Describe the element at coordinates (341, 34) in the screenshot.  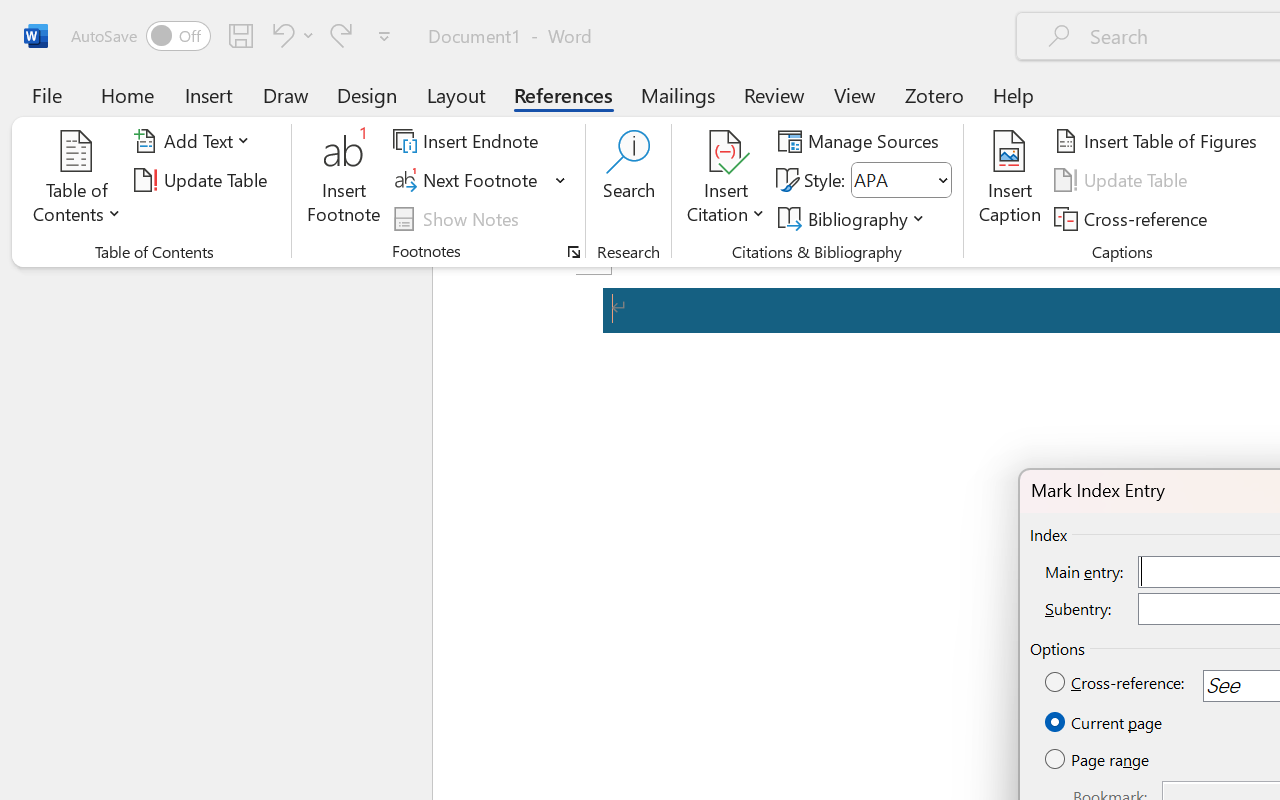
I see `'Redo Apply Quick Style'` at that location.